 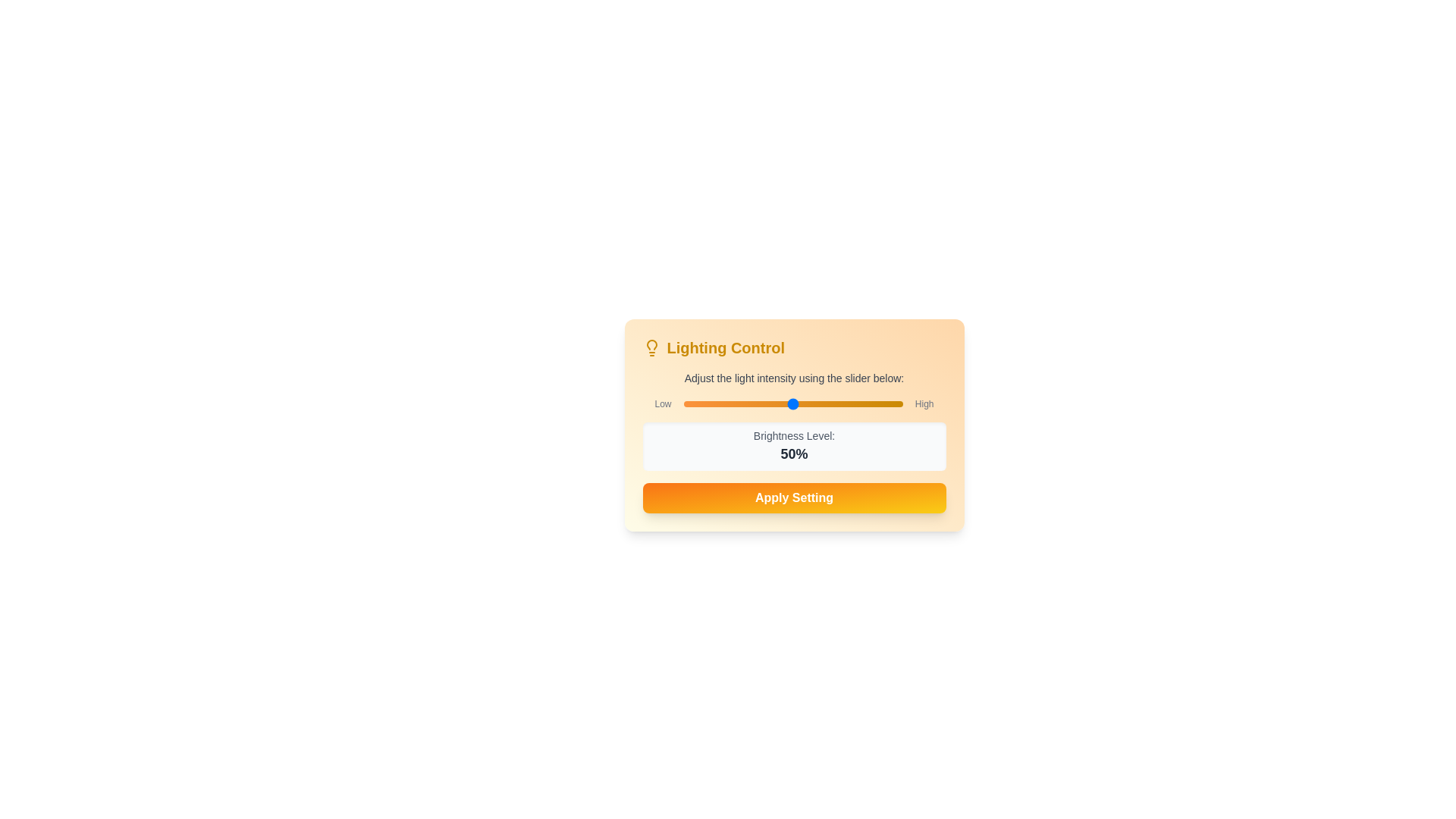 I want to click on the slider, so click(x=885, y=403).